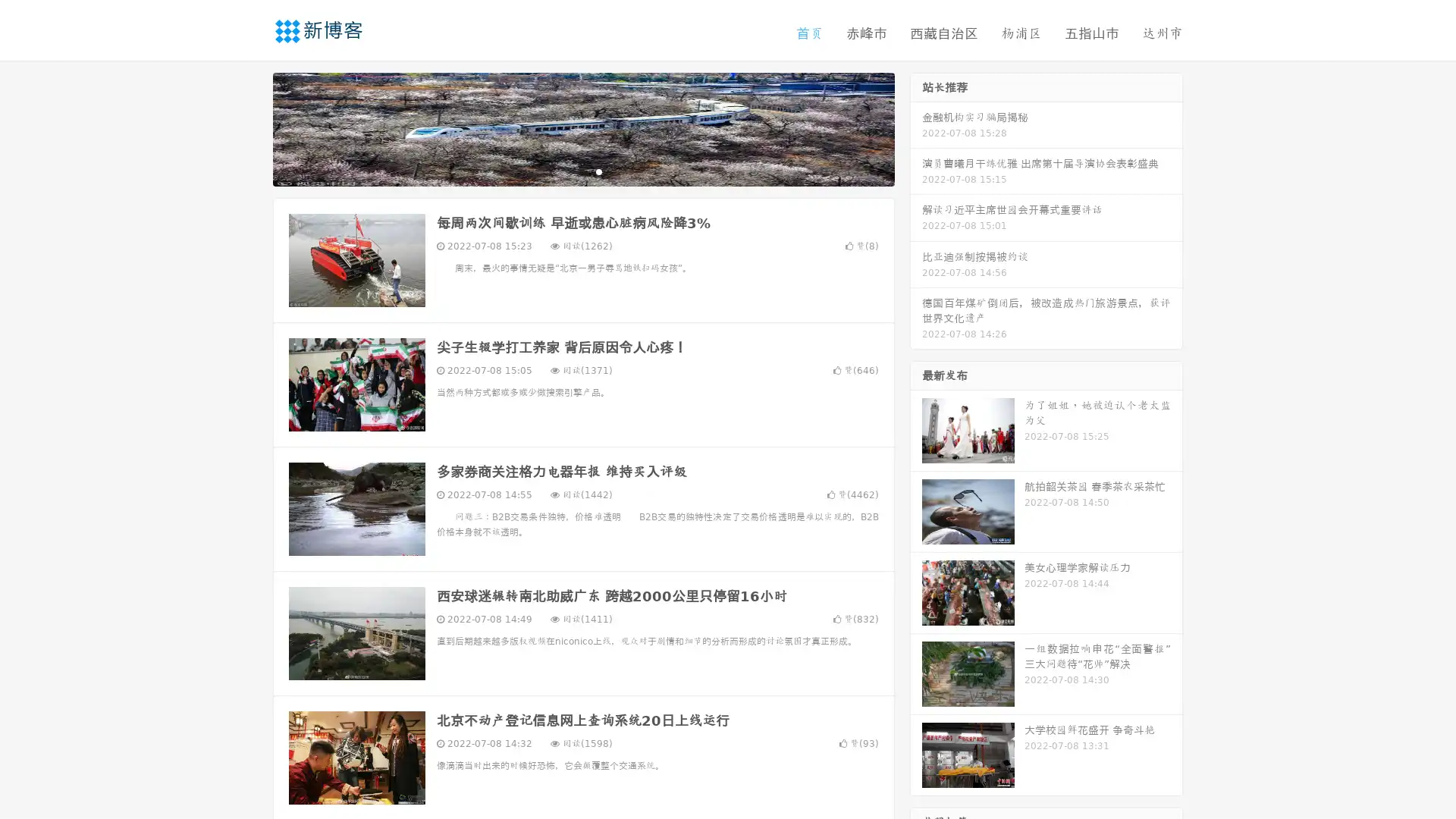  I want to click on Go to slide 2, so click(582, 171).